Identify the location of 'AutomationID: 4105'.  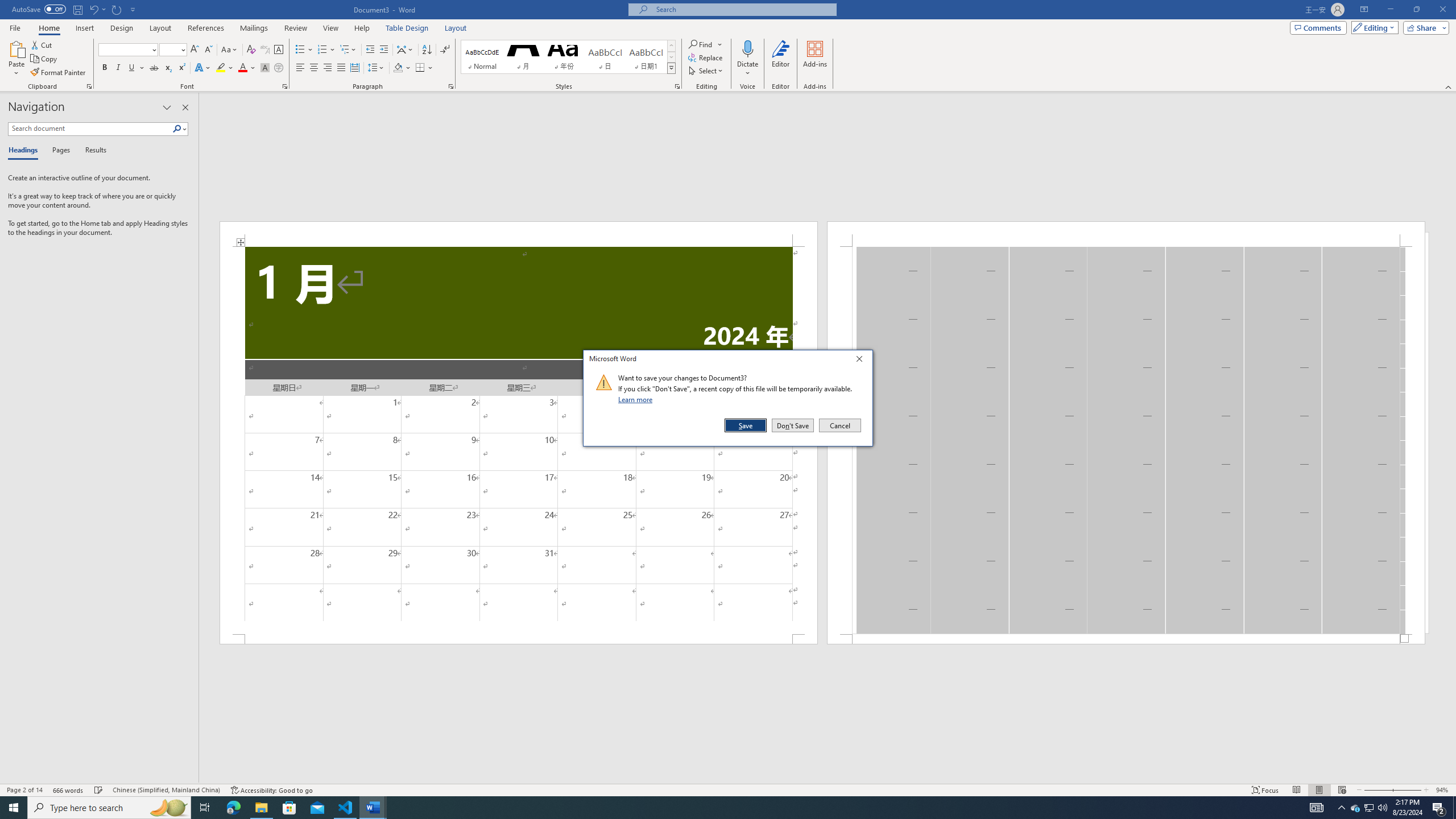
(1317, 806).